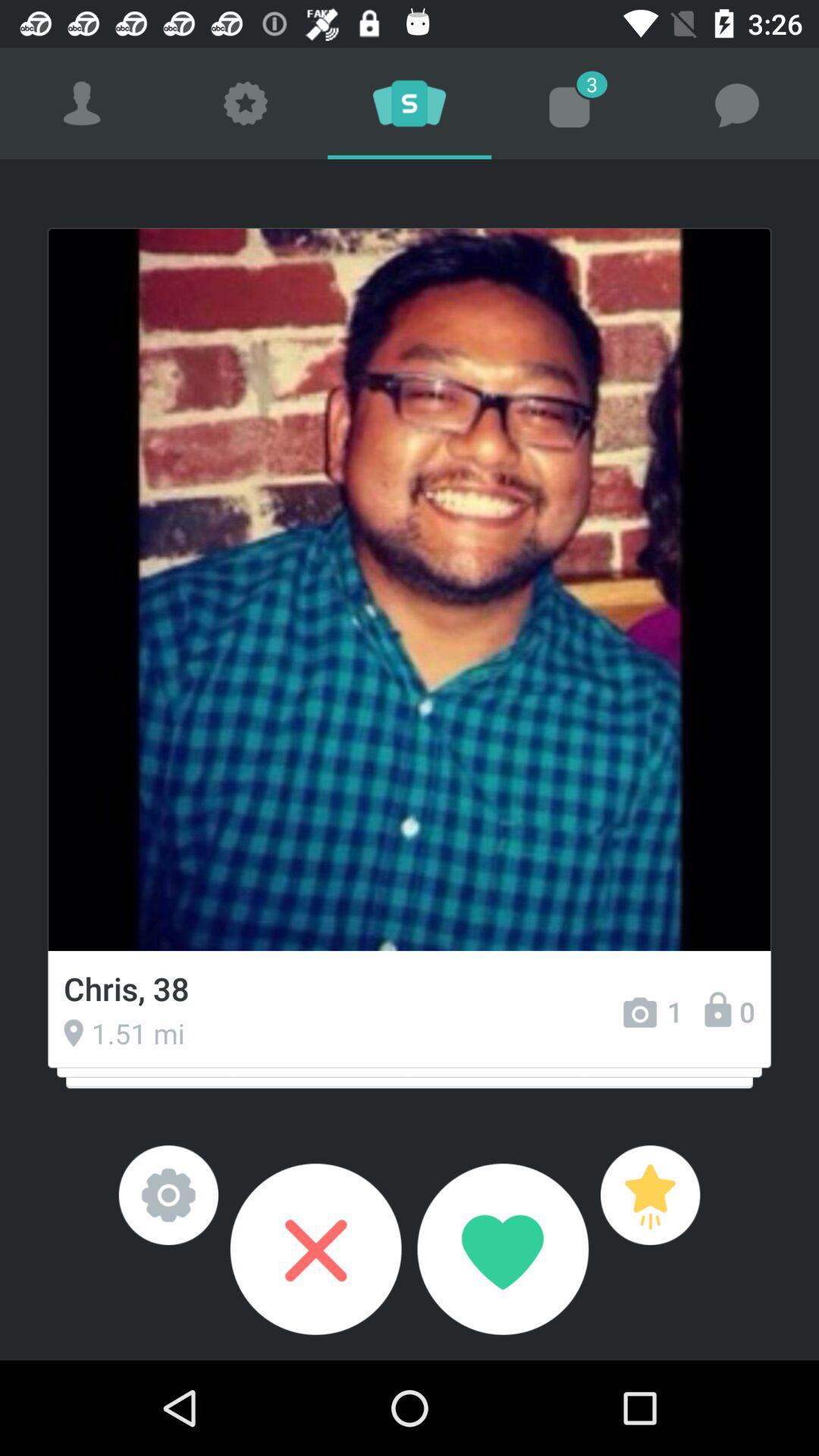  What do you see at coordinates (649, 1194) in the screenshot?
I see `the star icon` at bounding box center [649, 1194].